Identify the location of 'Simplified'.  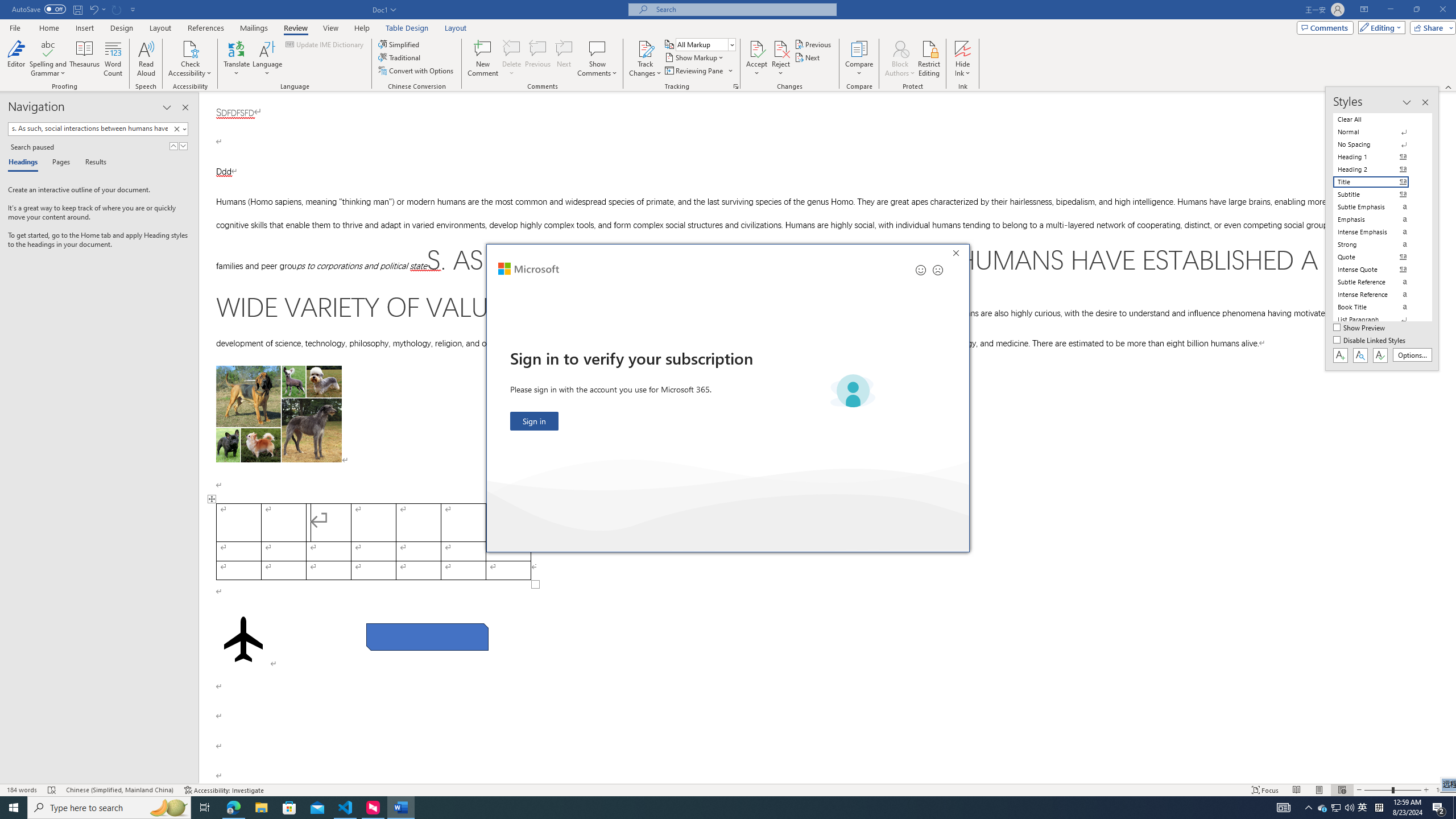
(400, 44).